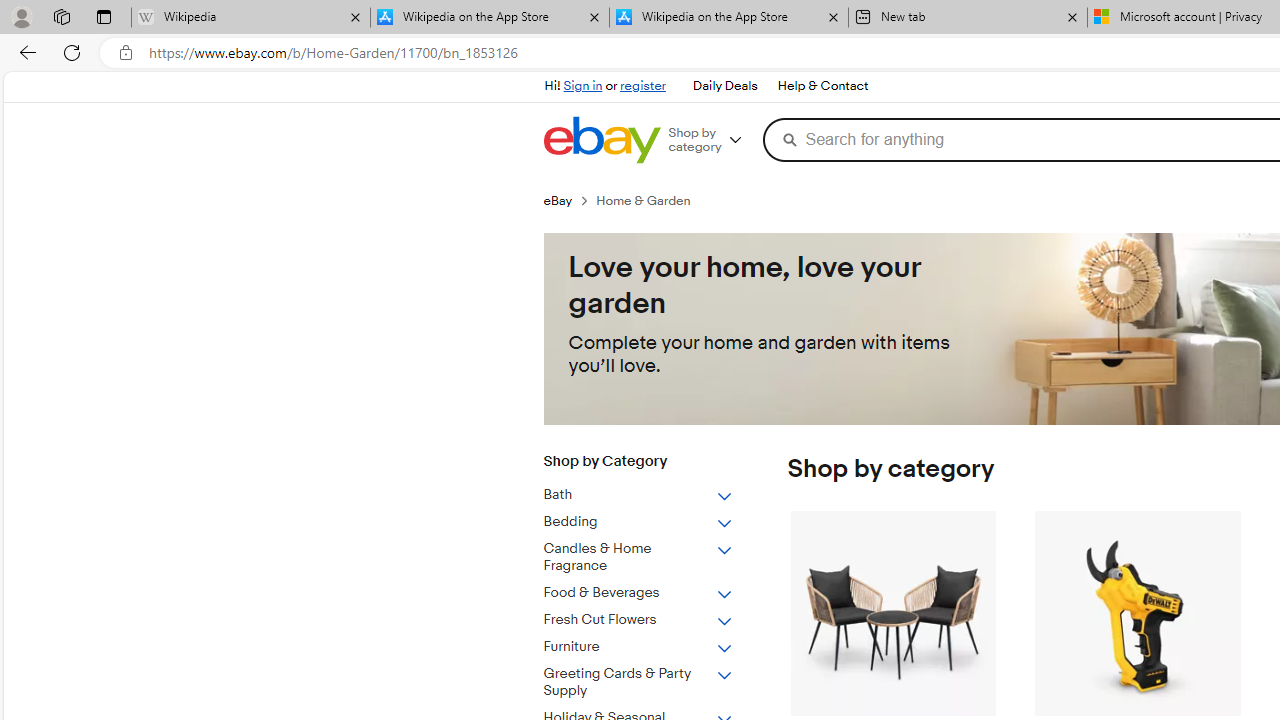 The image size is (1280, 720). What do you see at coordinates (568, 200) in the screenshot?
I see `'eBay'` at bounding box center [568, 200].